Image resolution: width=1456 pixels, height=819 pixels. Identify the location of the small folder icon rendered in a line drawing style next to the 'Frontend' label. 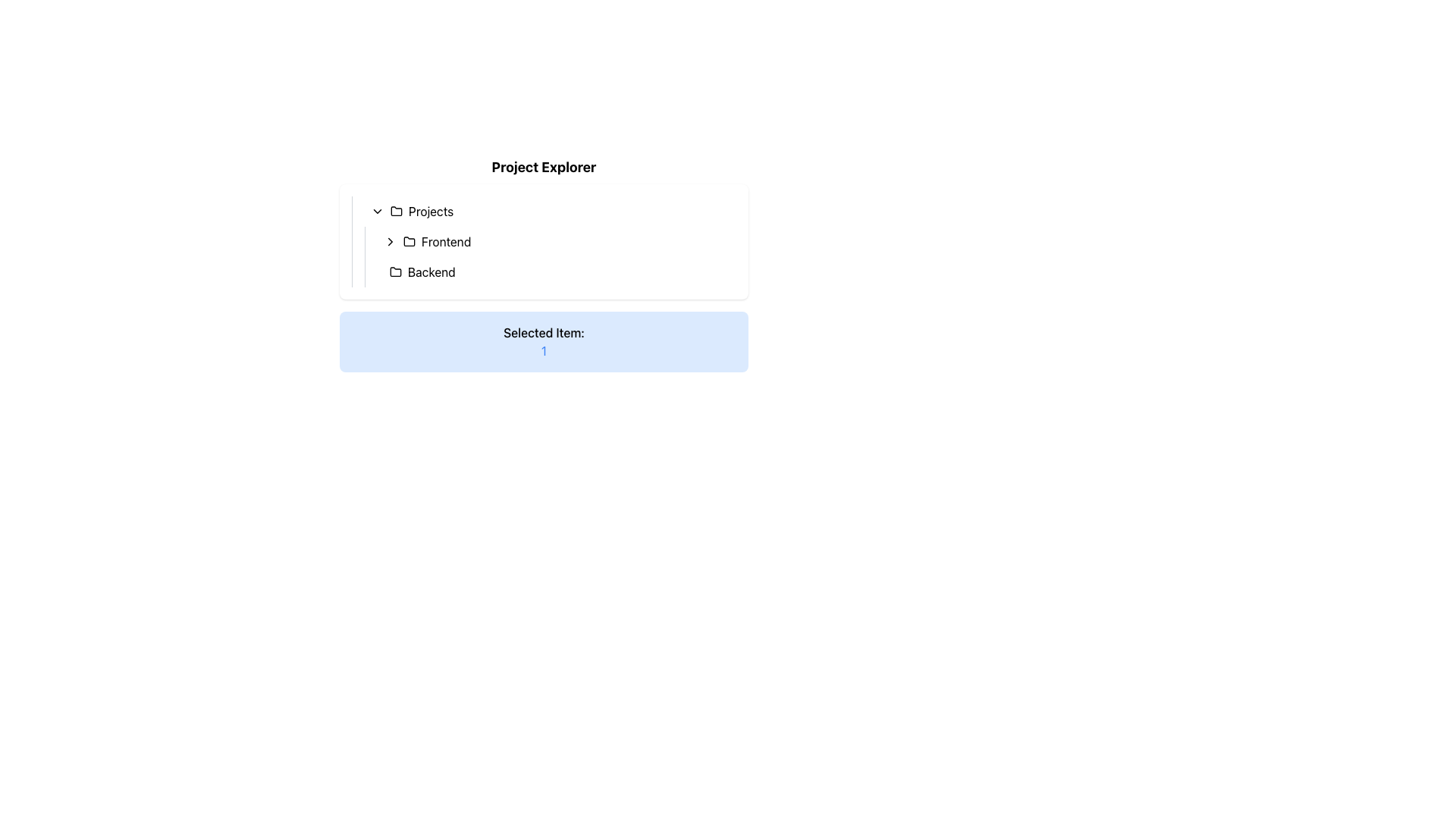
(409, 241).